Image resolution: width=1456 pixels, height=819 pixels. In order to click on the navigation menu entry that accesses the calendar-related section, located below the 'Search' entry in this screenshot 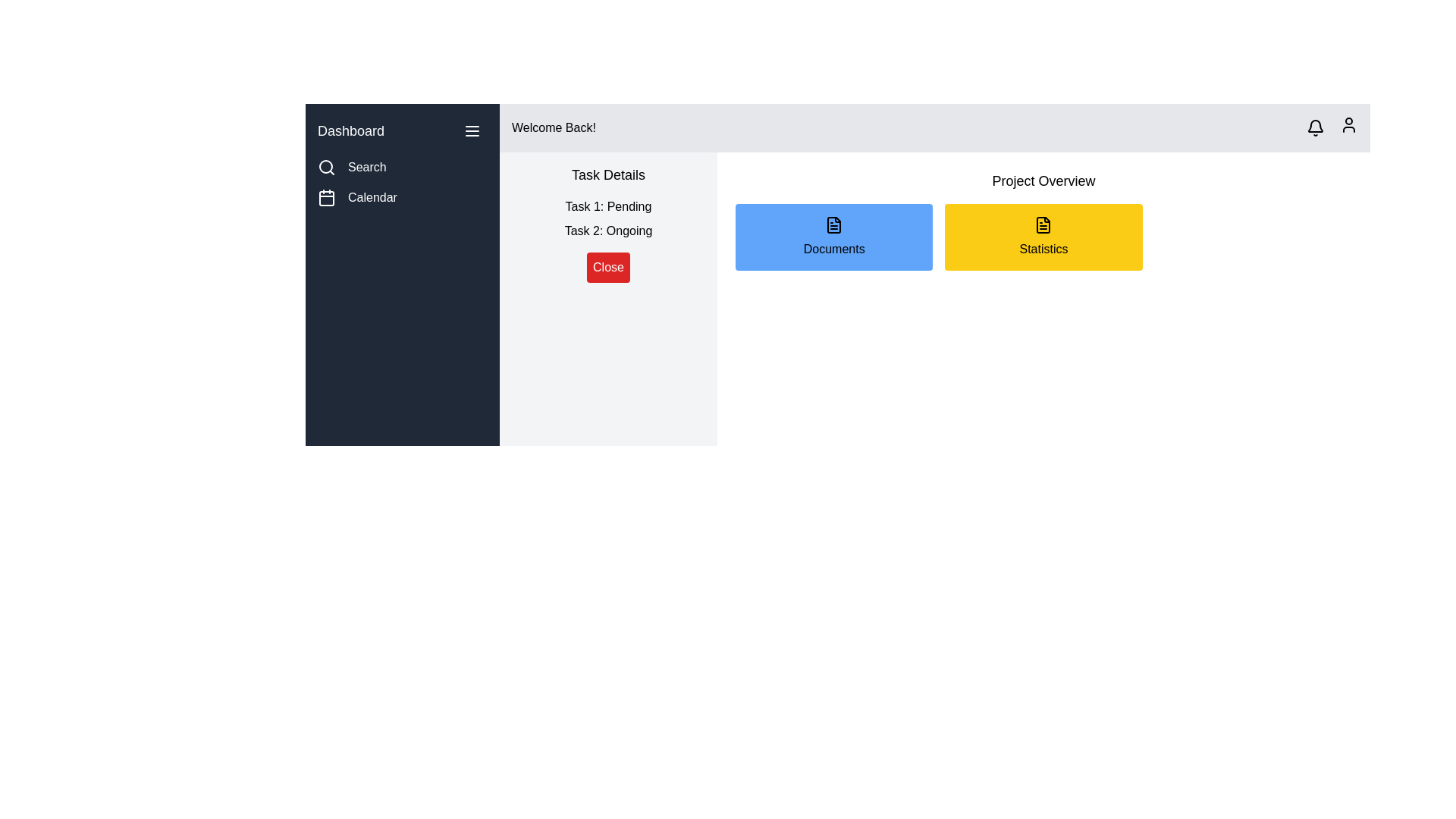, I will do `click(403, 197)`.